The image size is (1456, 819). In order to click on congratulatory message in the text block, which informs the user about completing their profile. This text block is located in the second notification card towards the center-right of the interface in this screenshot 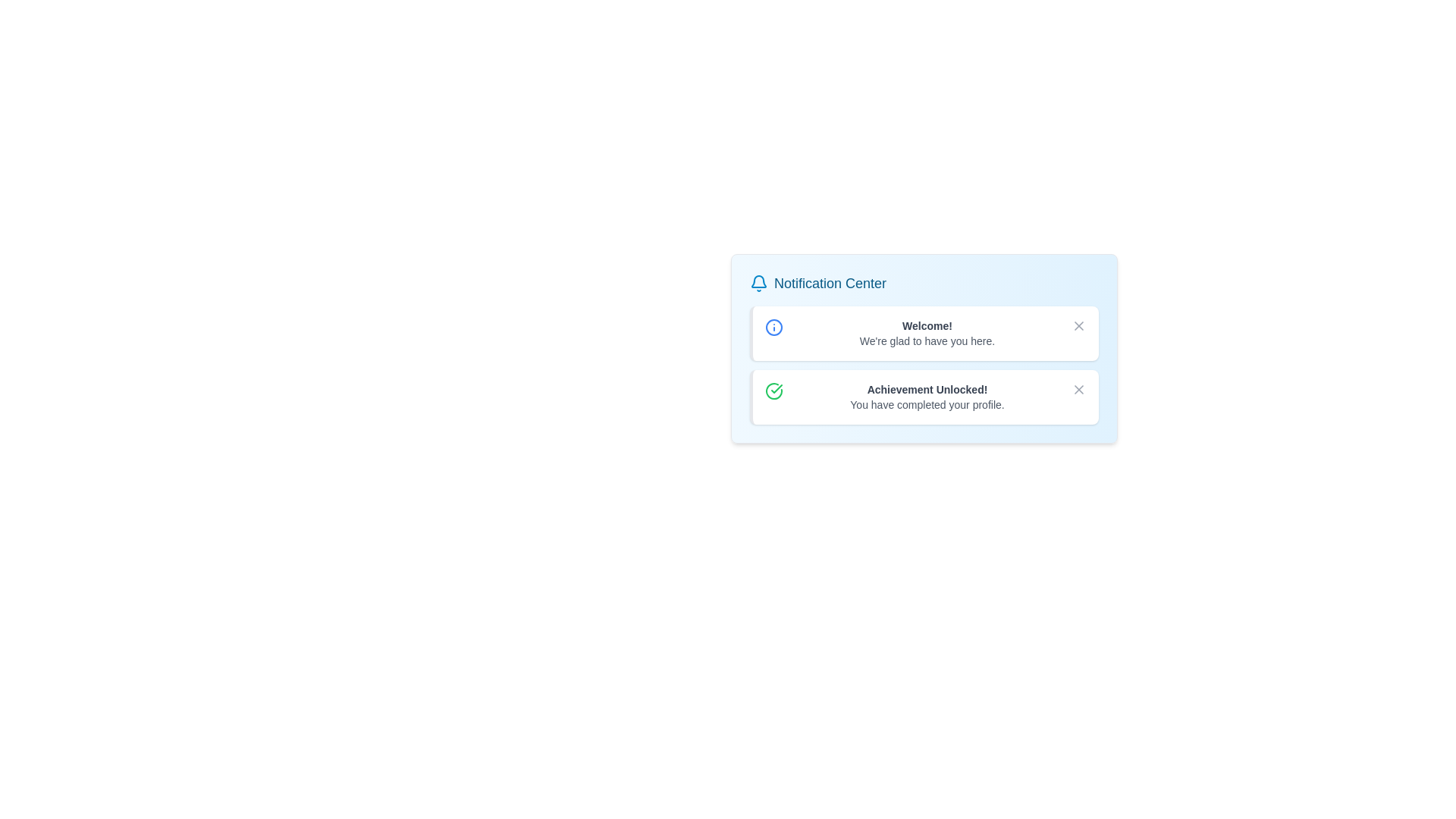, I will do `click(927, 397)`.